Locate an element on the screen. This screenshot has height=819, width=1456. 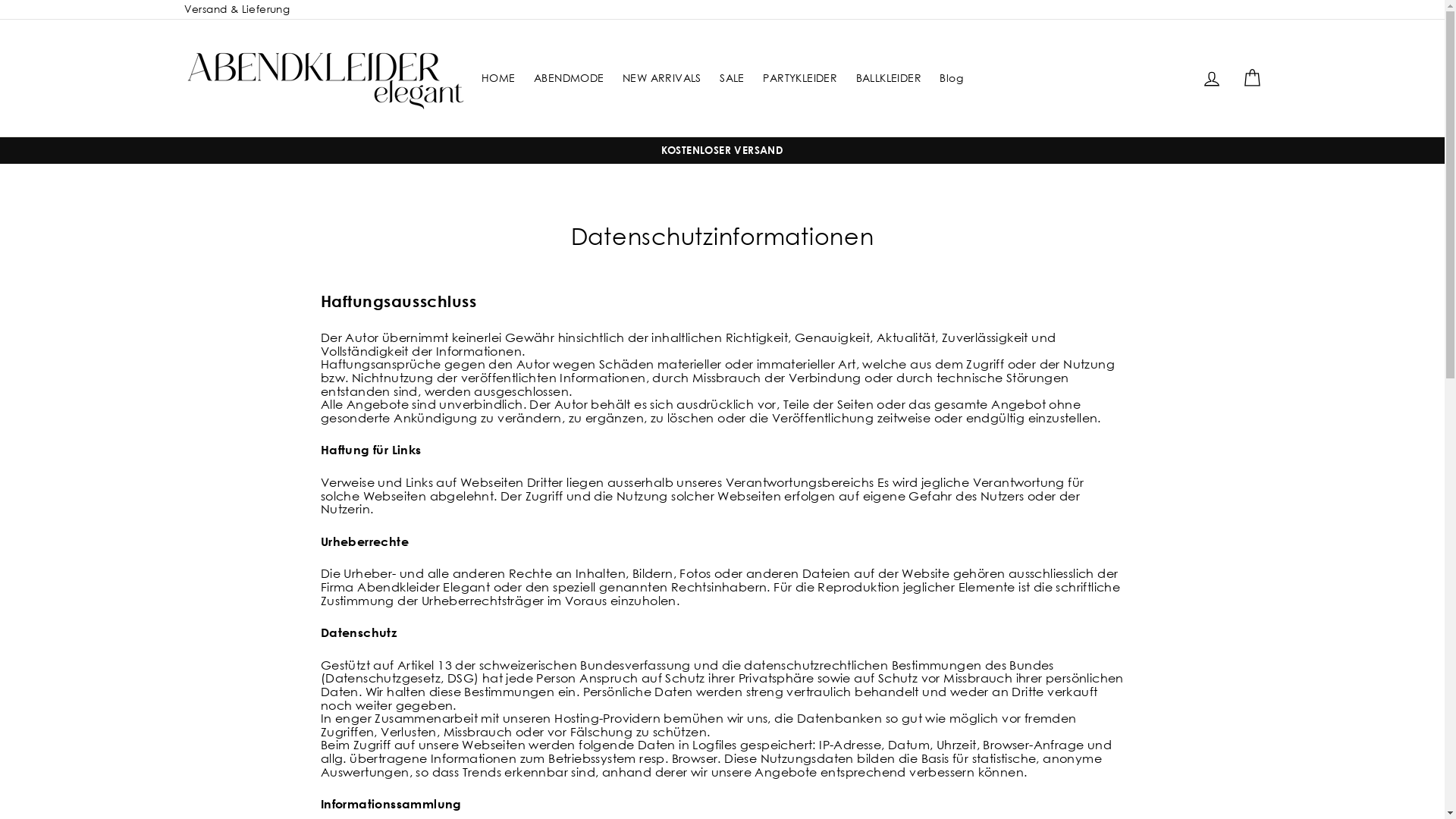
'NEW ARRIVALS' is located at coordinates (615, 78).